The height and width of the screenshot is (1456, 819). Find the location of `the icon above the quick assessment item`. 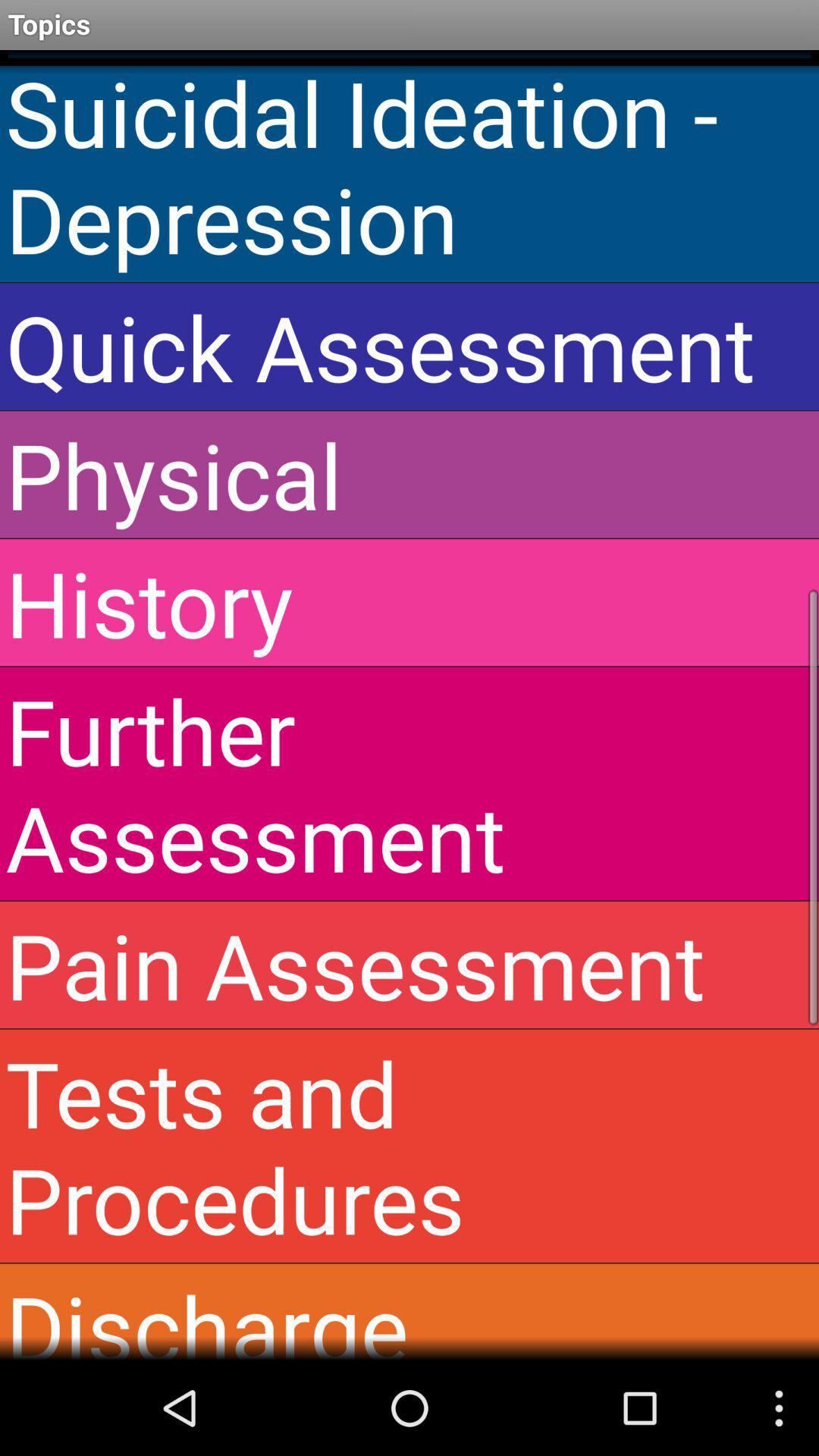

the icon above the quick assessment item is located at coordinates (409, 166).